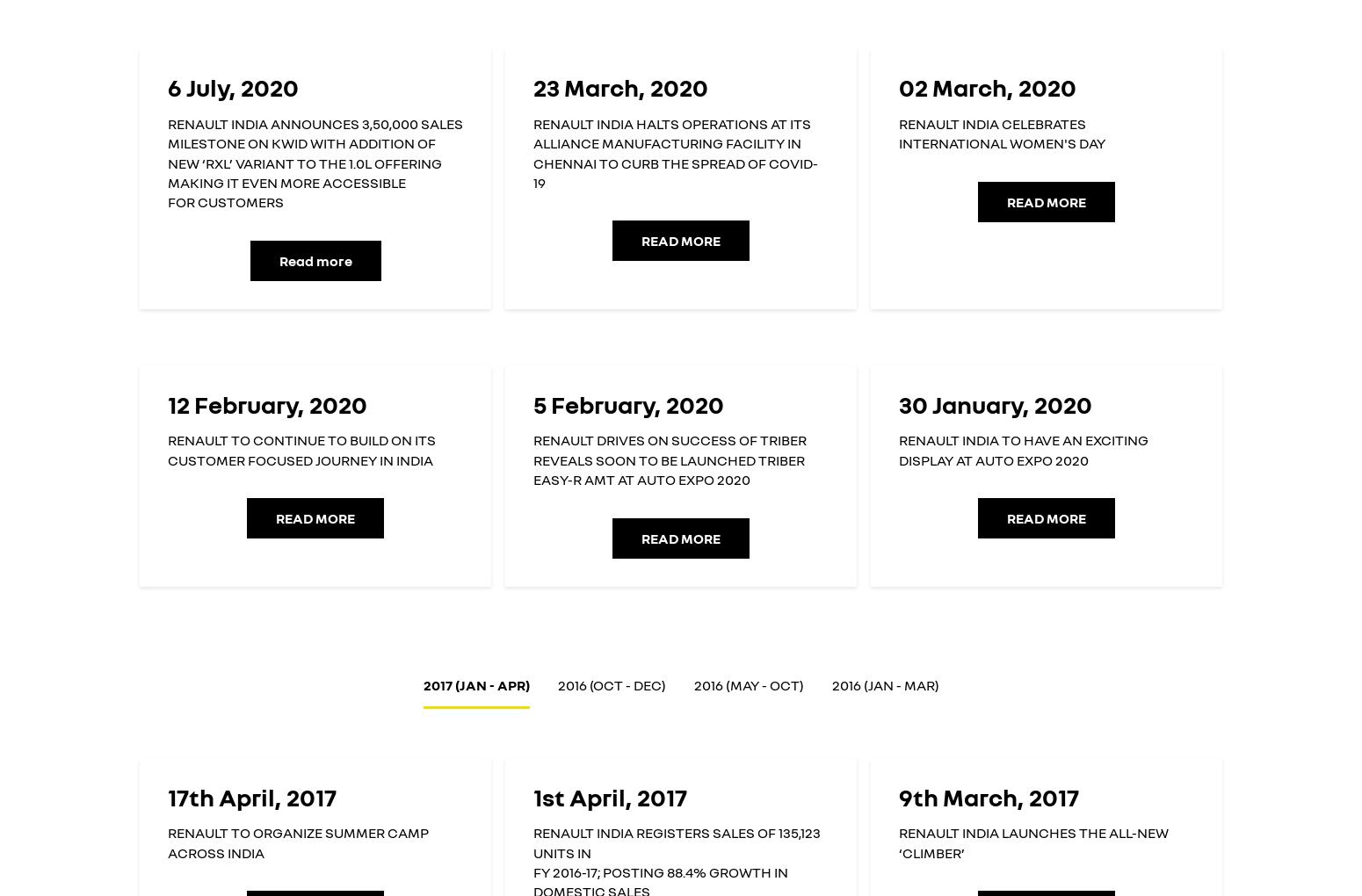 This screenshot has height=896, width=1362. What do you see at coordinates (1023, 449) in the screenshot?
I see `'RENAULT INDIA TO HAVE AN EXCITING DISPLAY AT AUTO EXPO 2020'` at bounding box center [1023, 449].